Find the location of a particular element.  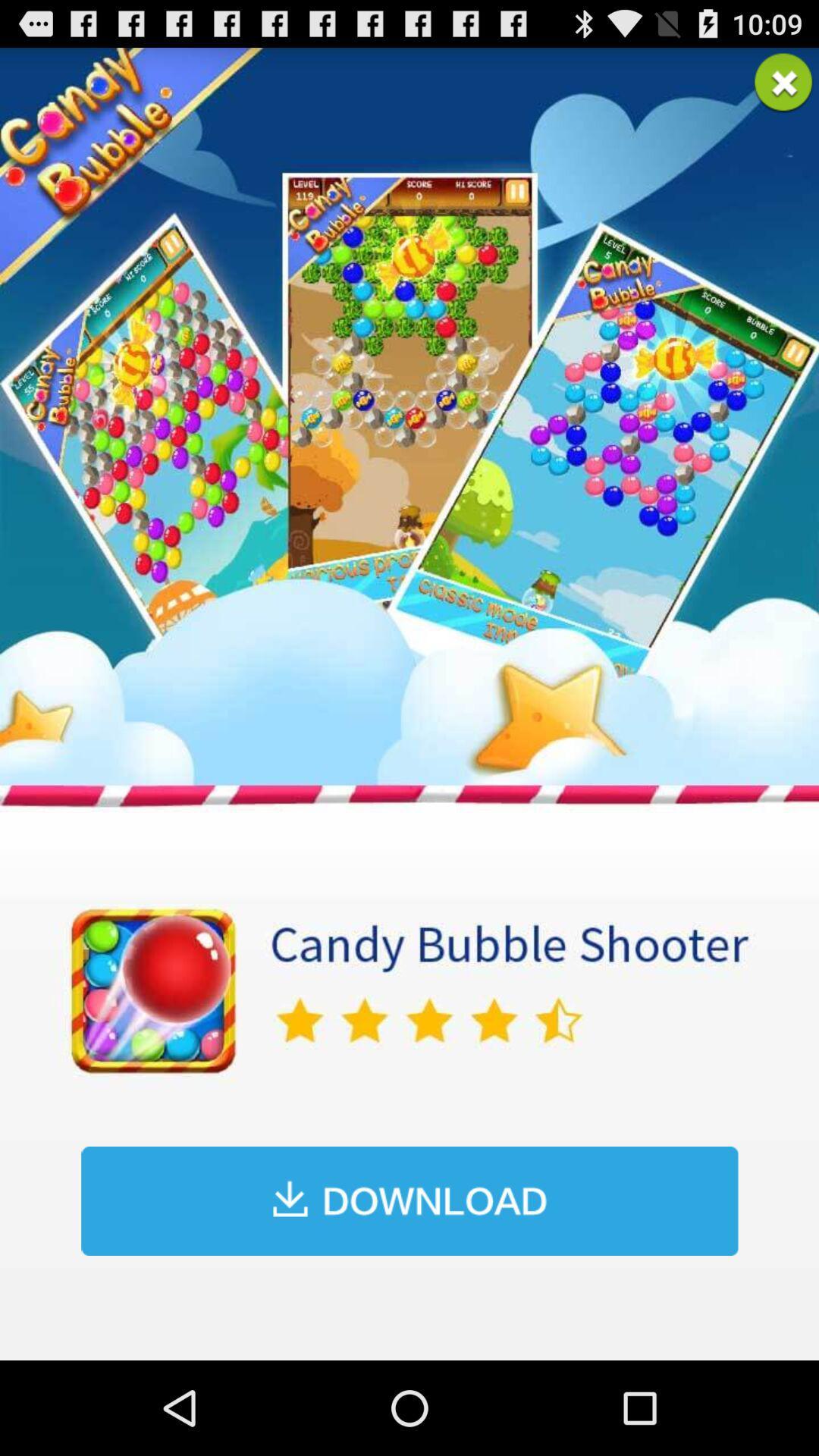

deselect option is located at coordinates (783, 82).